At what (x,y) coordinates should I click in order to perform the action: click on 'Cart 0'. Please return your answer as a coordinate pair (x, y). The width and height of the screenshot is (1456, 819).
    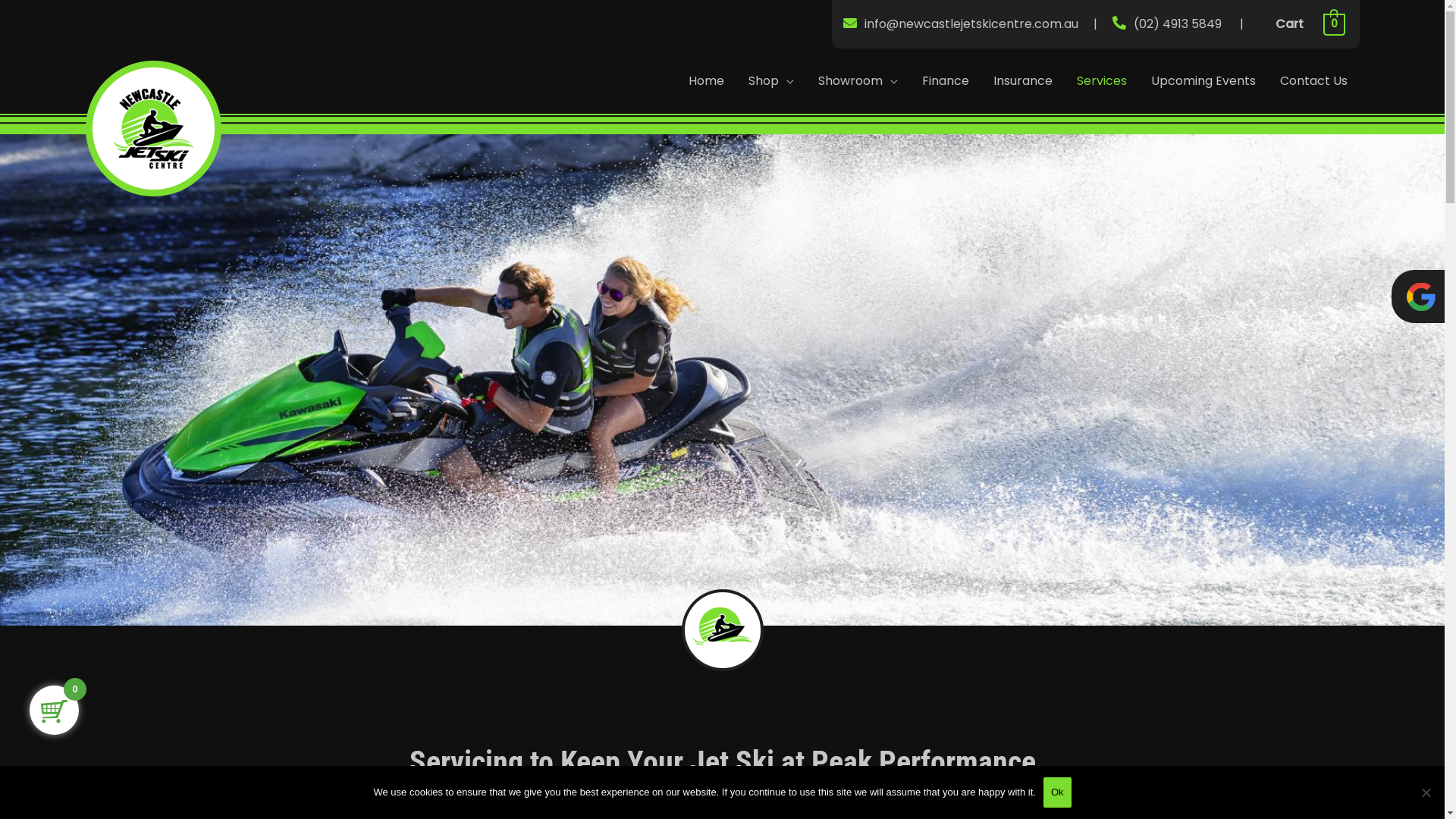
    Looking at the image, I should click on (1301, 24).